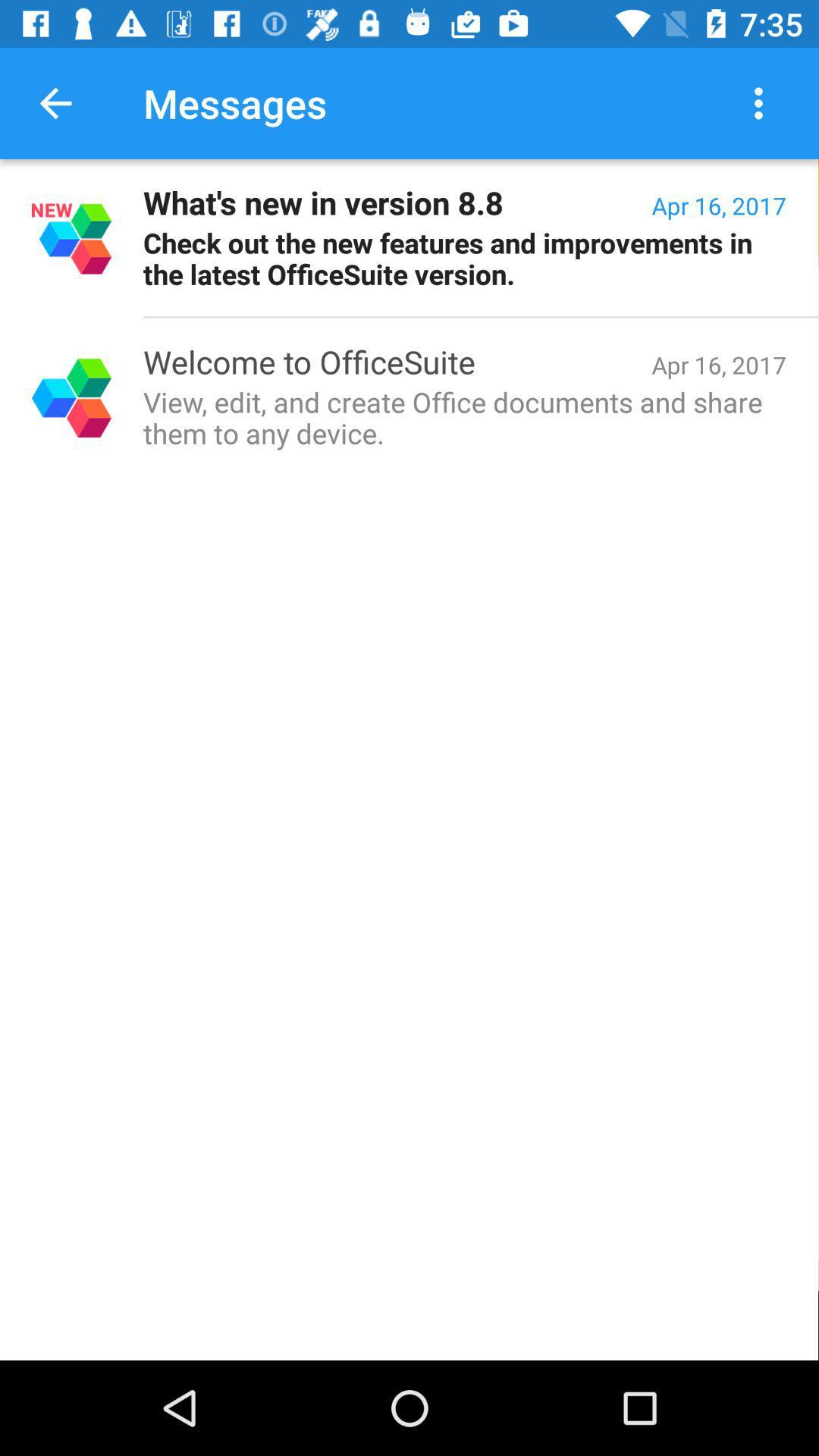  What do you see at coordinates (762, 102) in the screenshot?
I see `the item above apr 16, 2017` at bounding box center [762, 102].